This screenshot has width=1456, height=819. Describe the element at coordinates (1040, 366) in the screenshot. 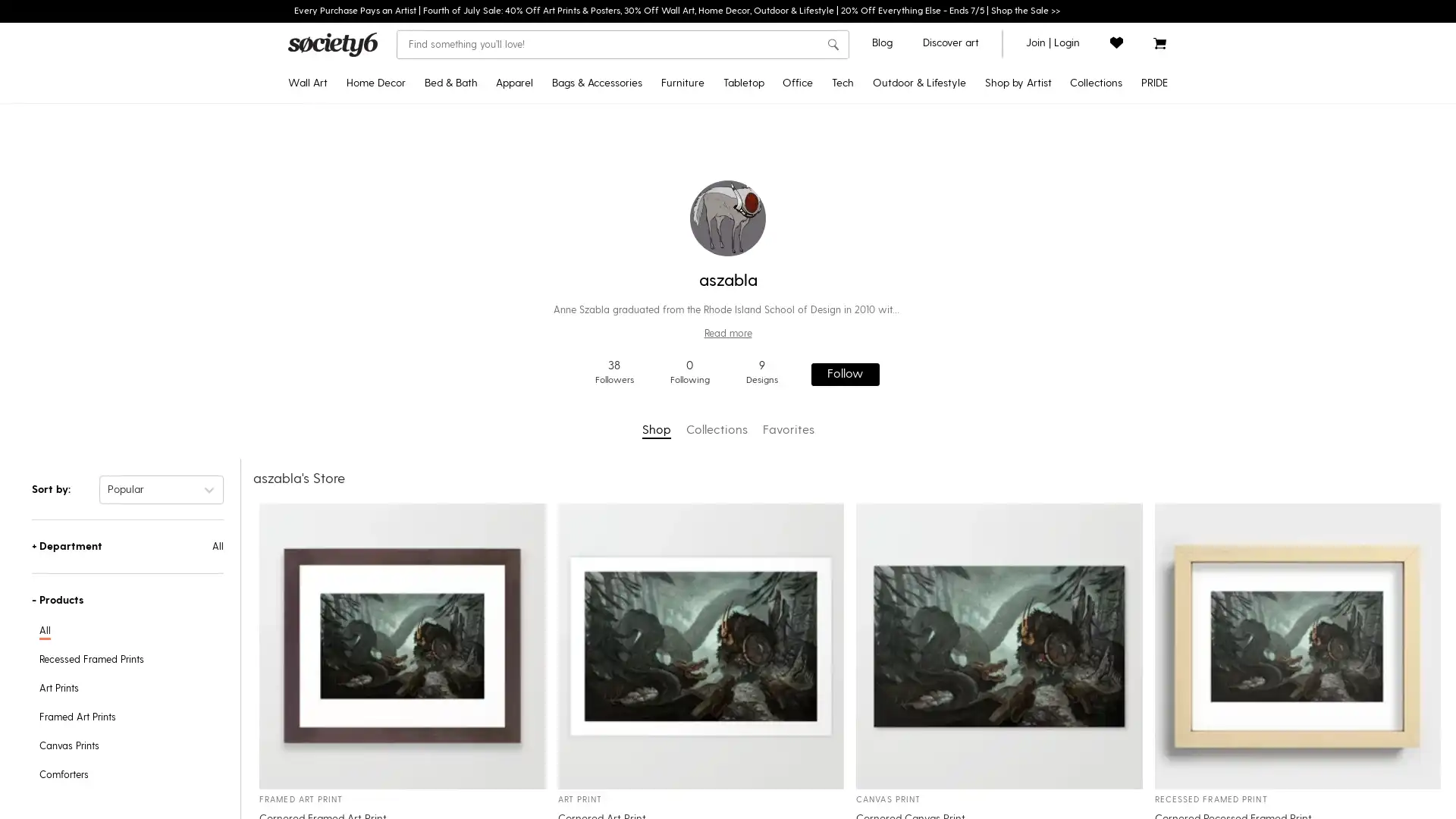

I see `Yoga & Mindfulness` at that location.